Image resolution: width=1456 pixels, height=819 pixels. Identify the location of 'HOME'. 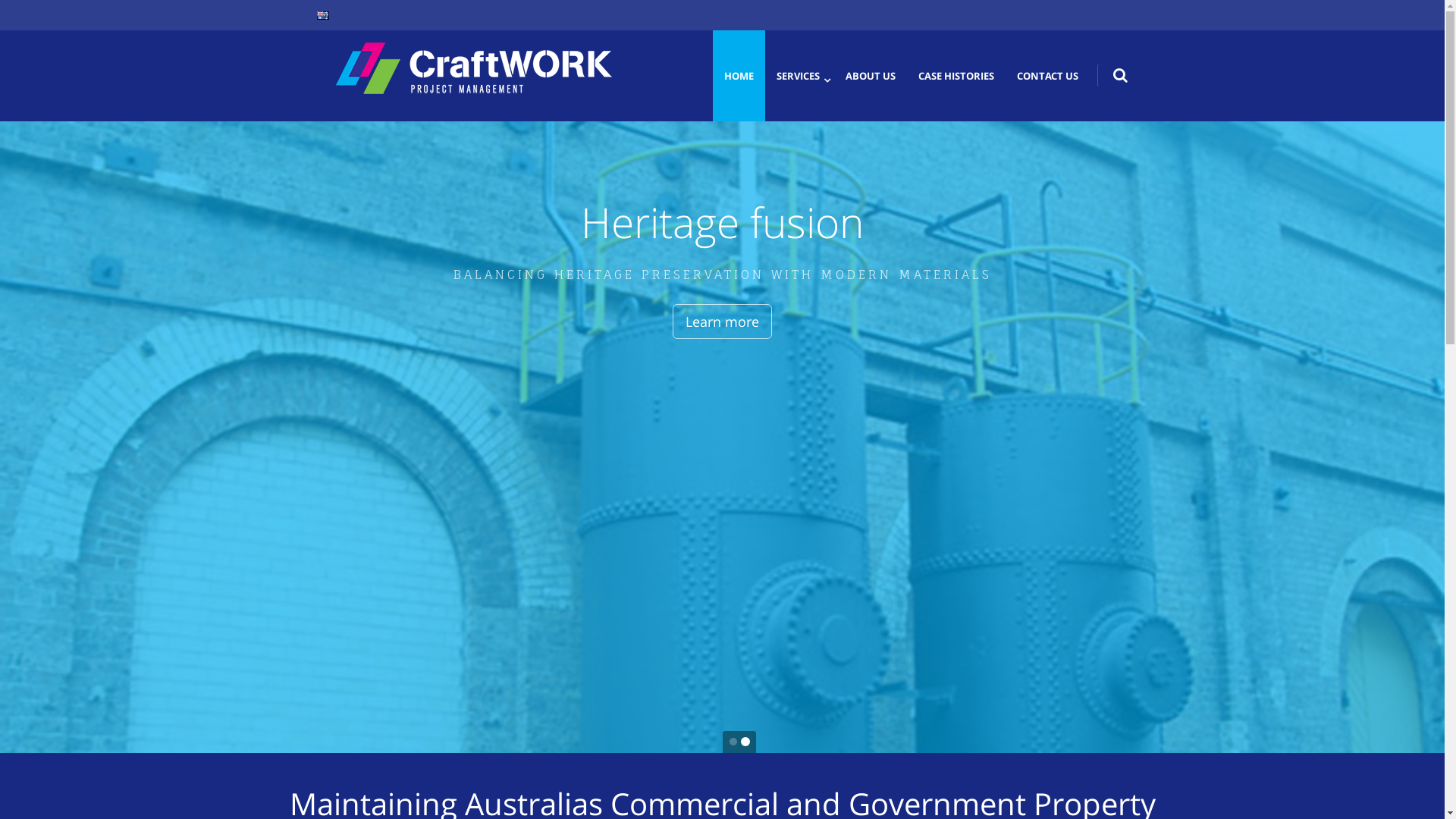
(739, 76).